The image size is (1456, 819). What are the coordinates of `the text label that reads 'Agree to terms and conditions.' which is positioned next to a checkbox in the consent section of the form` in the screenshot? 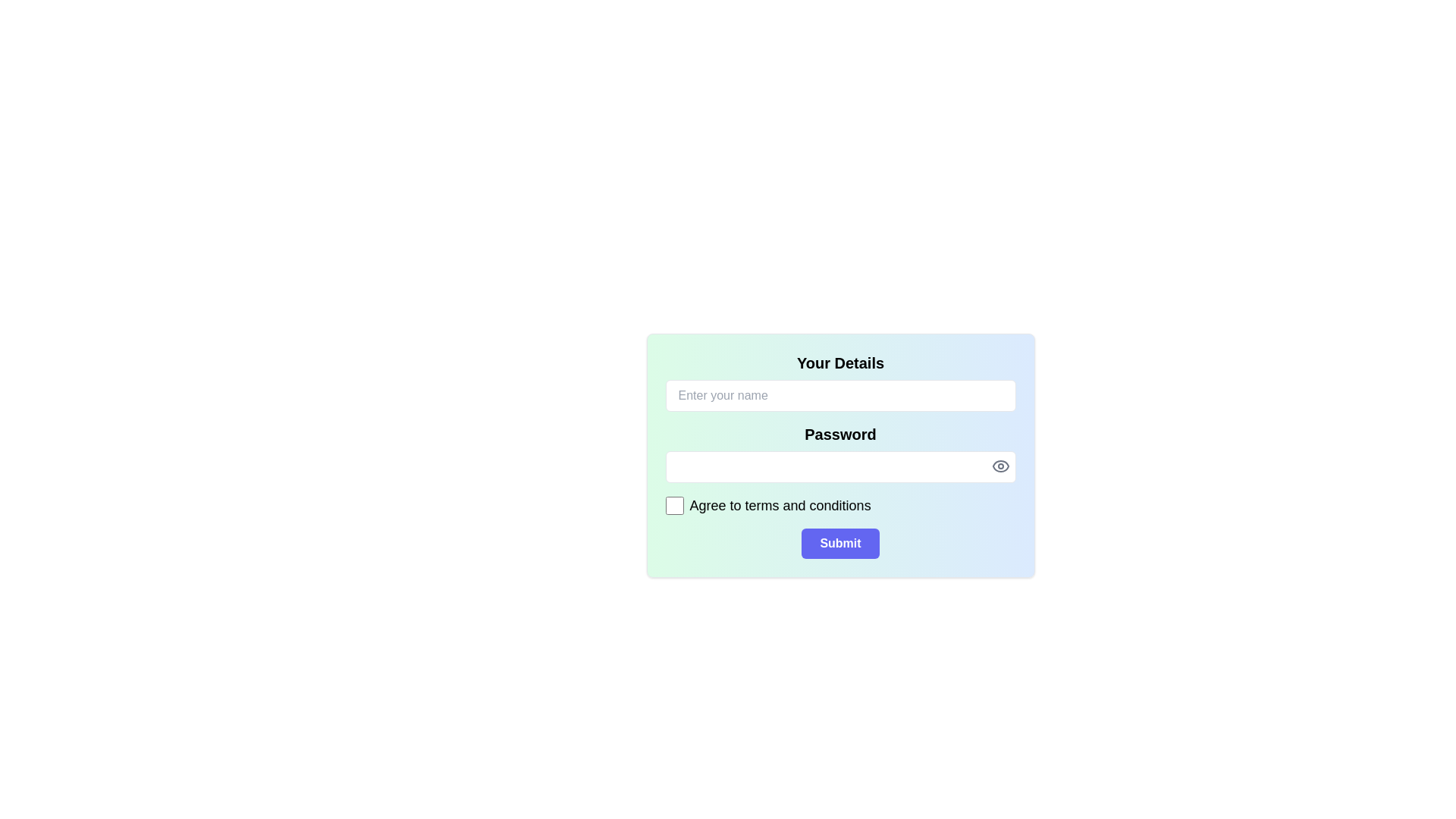 It's located at (780, 506).